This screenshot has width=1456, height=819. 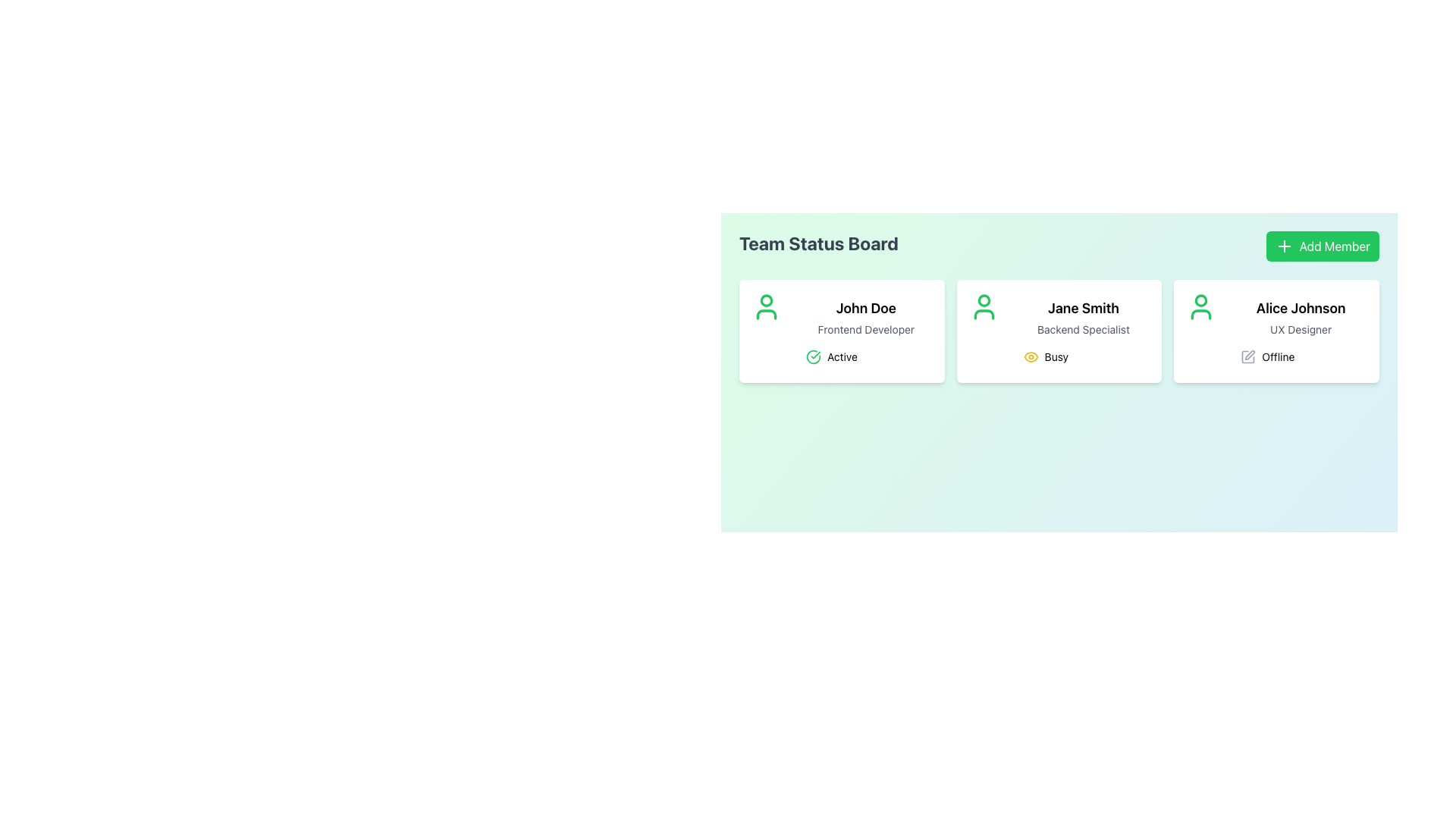 What do you see at coordinates (767, 307) in the screenshot?
I see `the user-shaped icon styled in green located at the top-left corner of the card containing 'John Doe', 'Frontend Developer', and 'Active'` at bounding box center [767, 307].